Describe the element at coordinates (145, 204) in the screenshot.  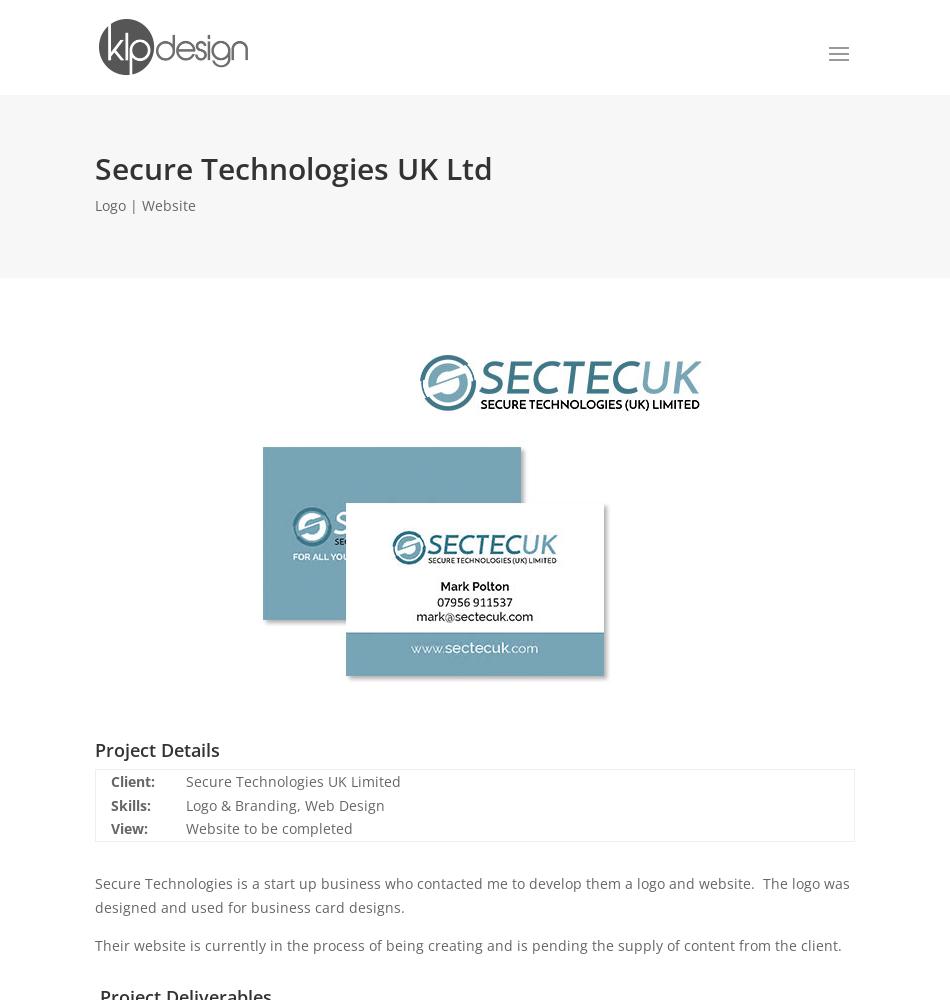
I see `'Logo | Website'` at that location.